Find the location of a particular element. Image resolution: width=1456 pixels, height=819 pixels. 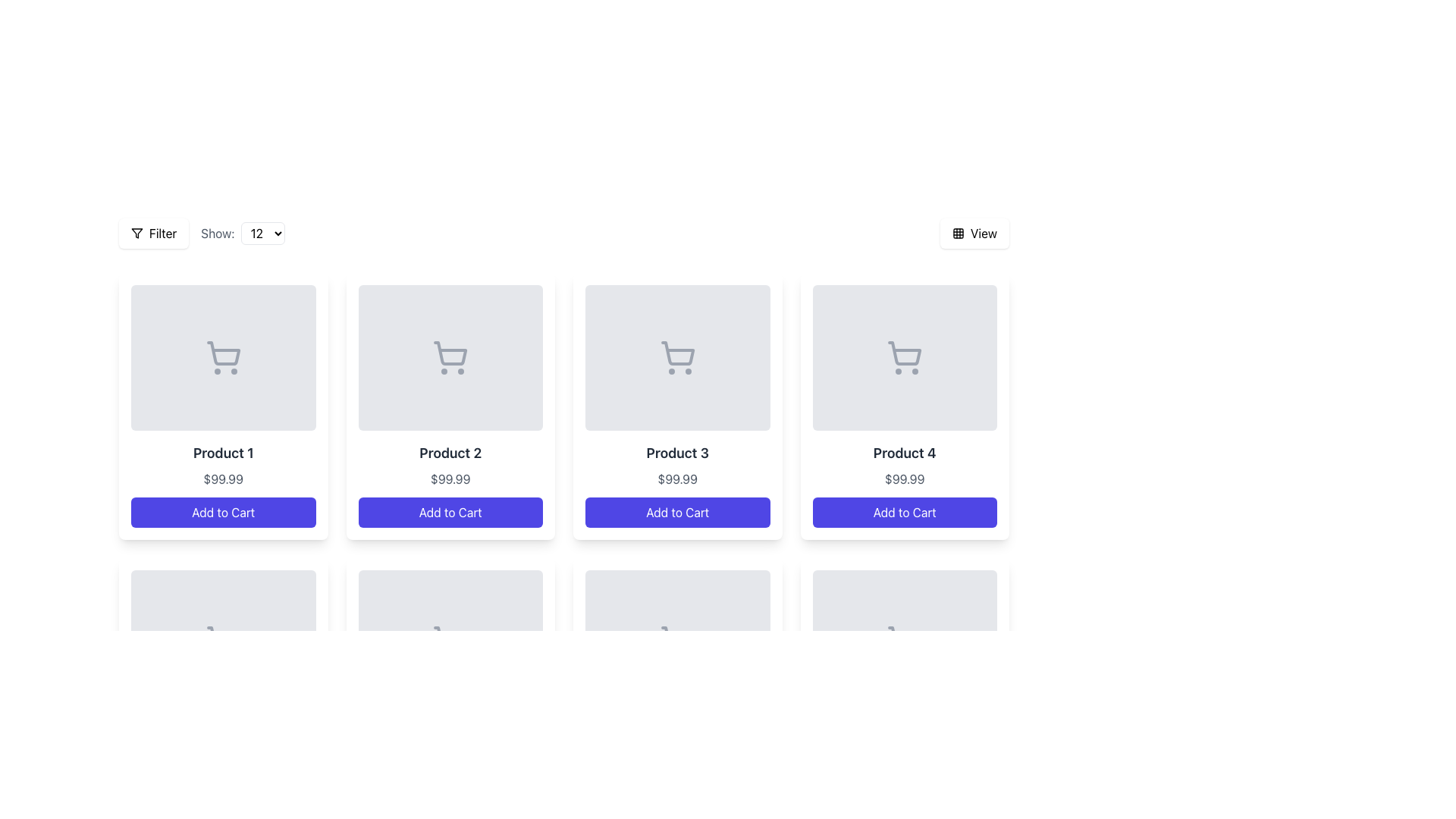

the button located at the bottom of the 'Product 3' card to observe the hover effect is located at coordinates (676, 512).